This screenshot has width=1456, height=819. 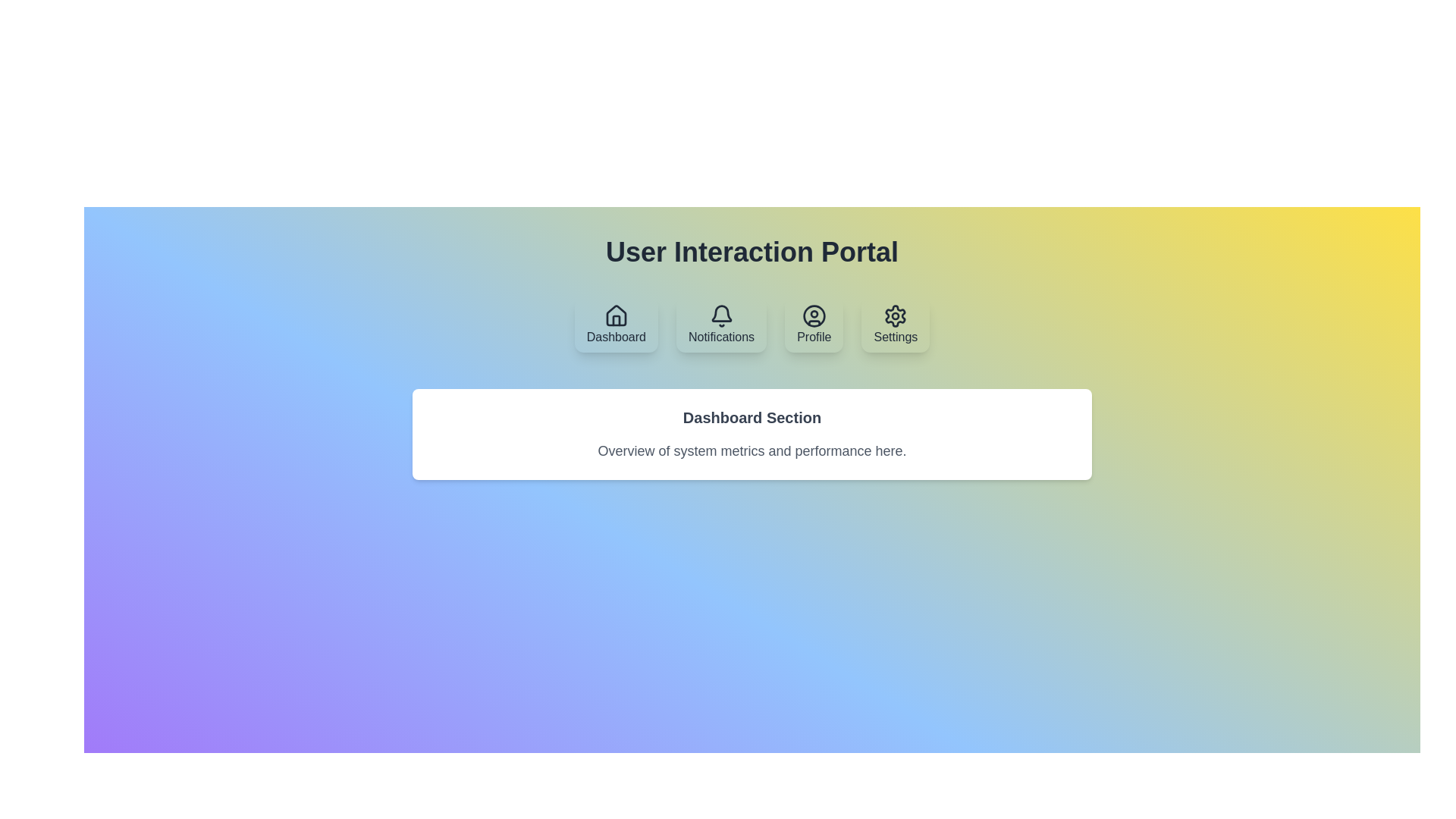 I want to click on the Settings tab by clicking on its button, so click(x=896, y=324).